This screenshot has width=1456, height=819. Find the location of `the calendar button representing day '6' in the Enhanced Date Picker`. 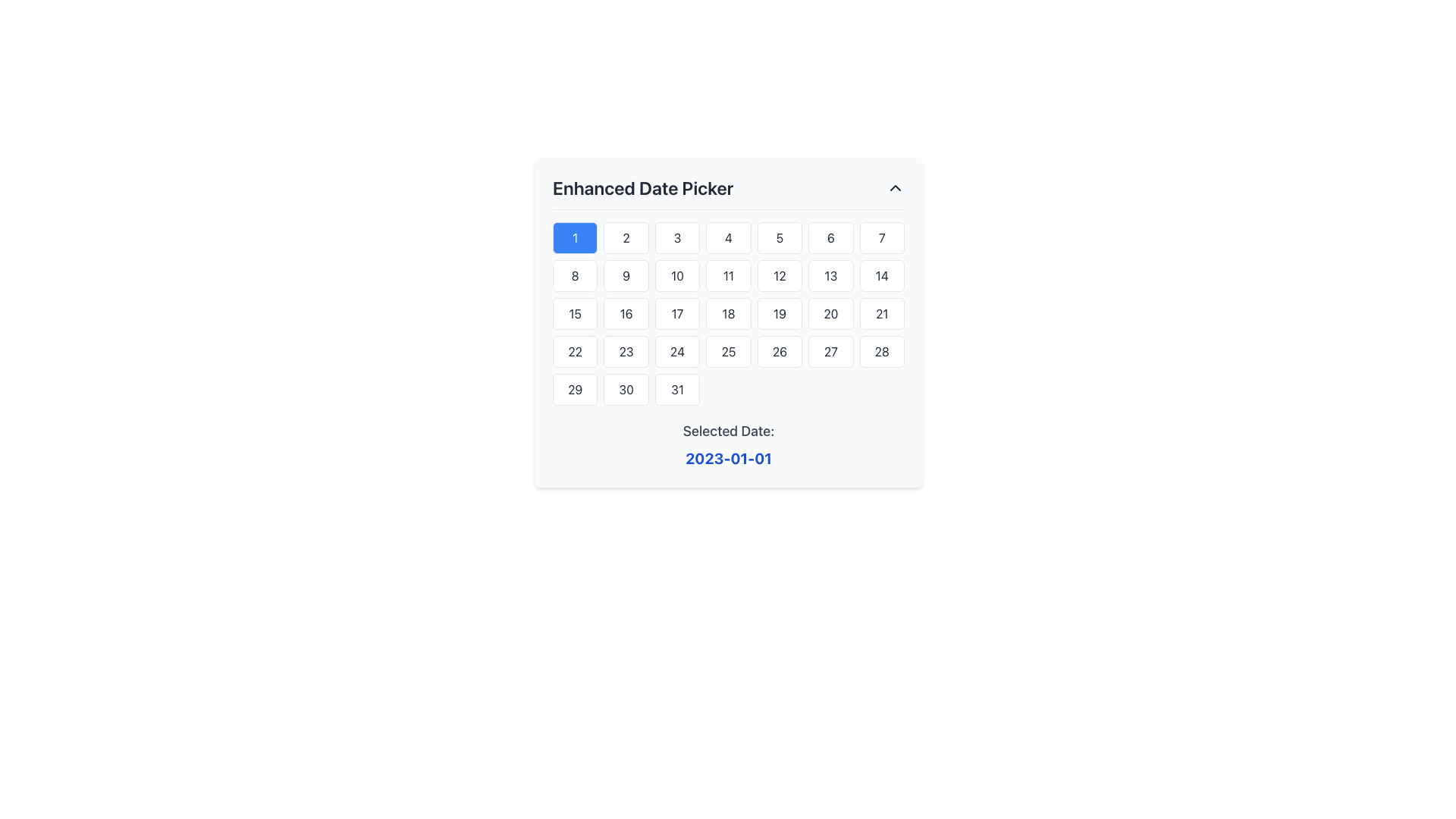

the calendar button representing day '6' in the Enhanced Date Picker is located at coordinates (830, 237).